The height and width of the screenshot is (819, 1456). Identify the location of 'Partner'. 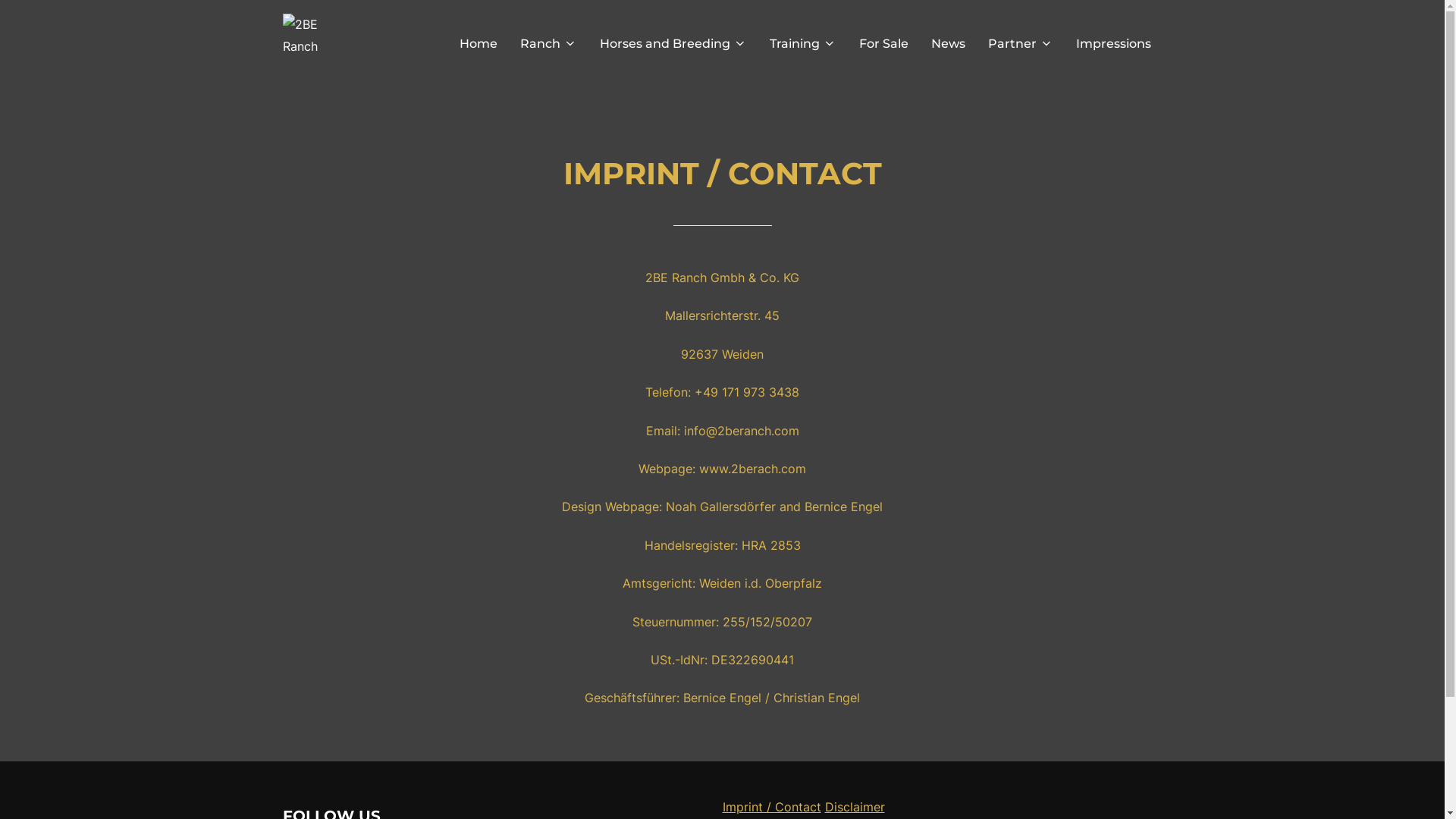
(1019, 42).